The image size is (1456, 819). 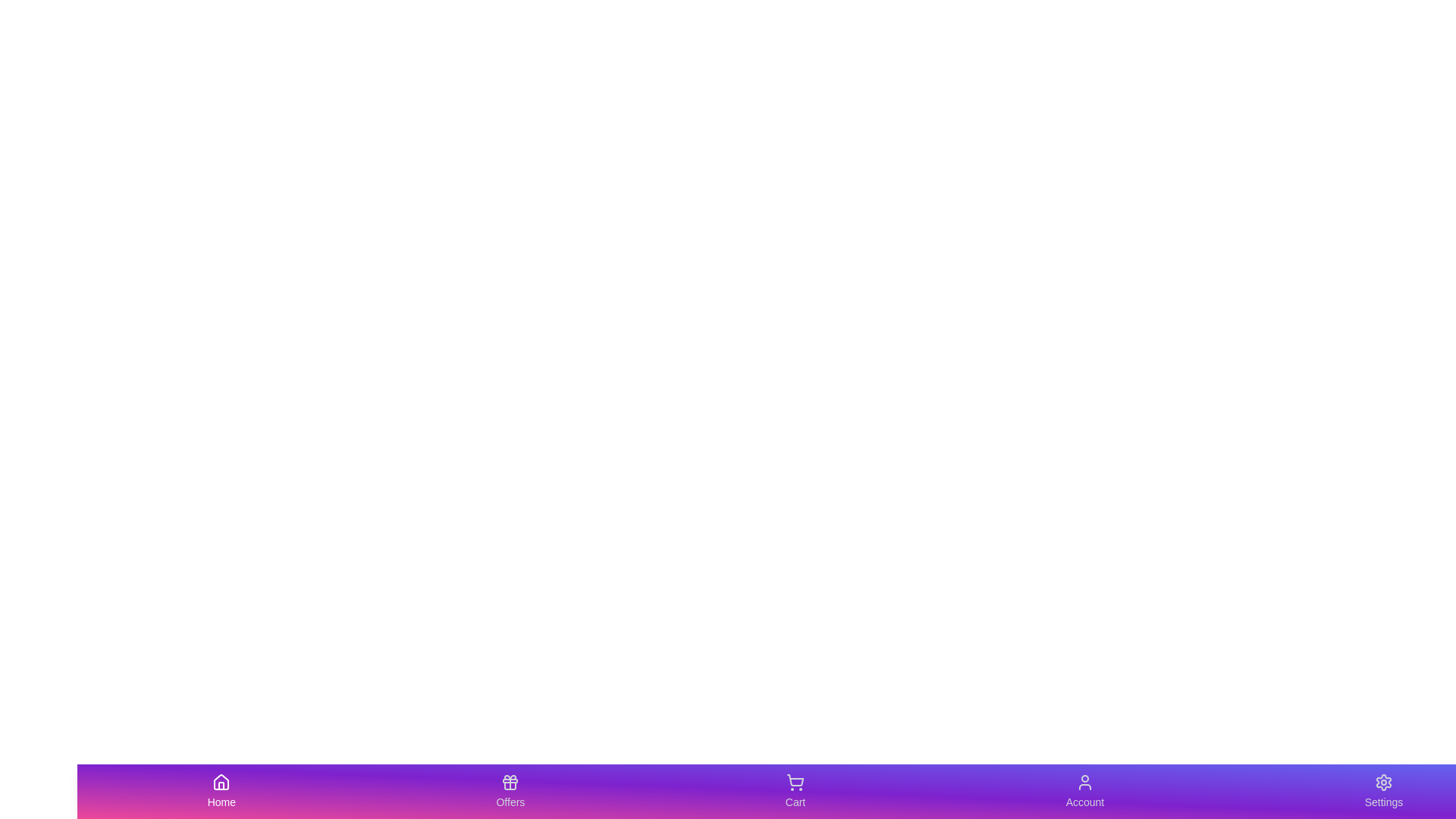 I want to click on the tab labeled Home, so click(x=221, y=791).